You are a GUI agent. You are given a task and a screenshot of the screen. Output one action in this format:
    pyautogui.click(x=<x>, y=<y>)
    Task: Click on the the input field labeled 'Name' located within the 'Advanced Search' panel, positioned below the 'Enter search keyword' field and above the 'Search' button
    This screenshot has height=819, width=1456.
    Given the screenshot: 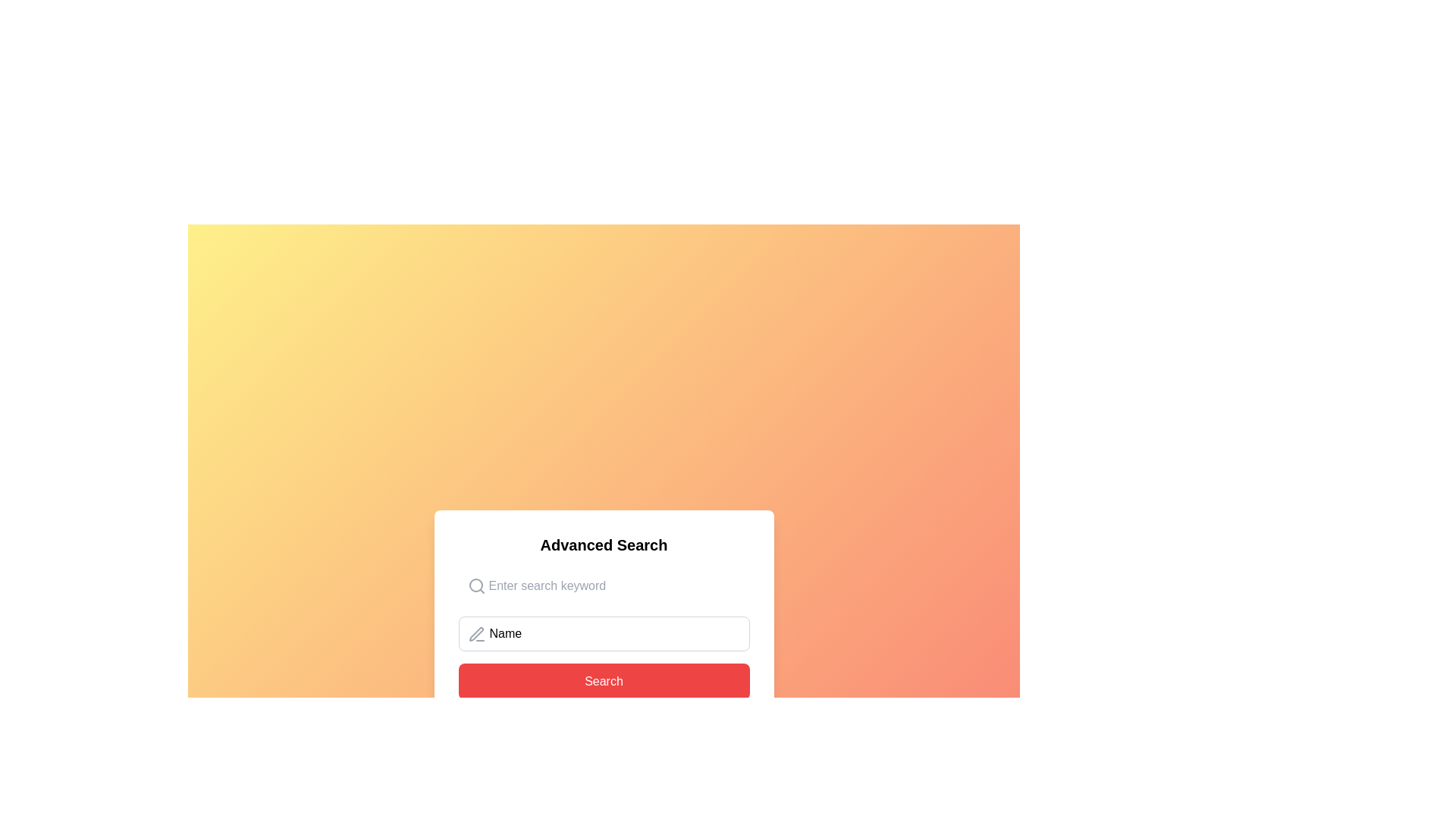 What is the action you would take?
    pyautogui.click(x=603, y=634)
    